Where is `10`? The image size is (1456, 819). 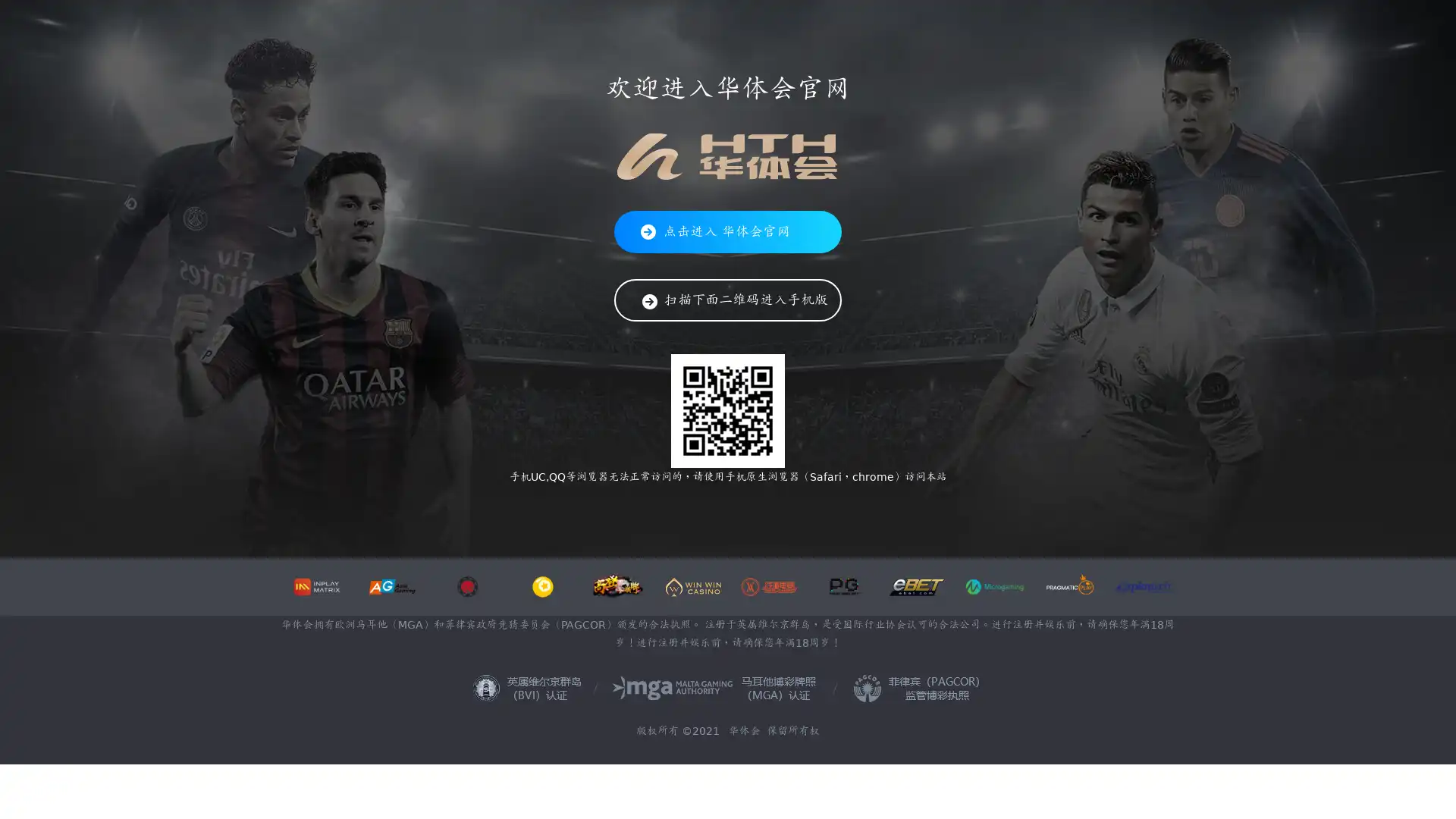
10 is located at coordinates (739, 505).